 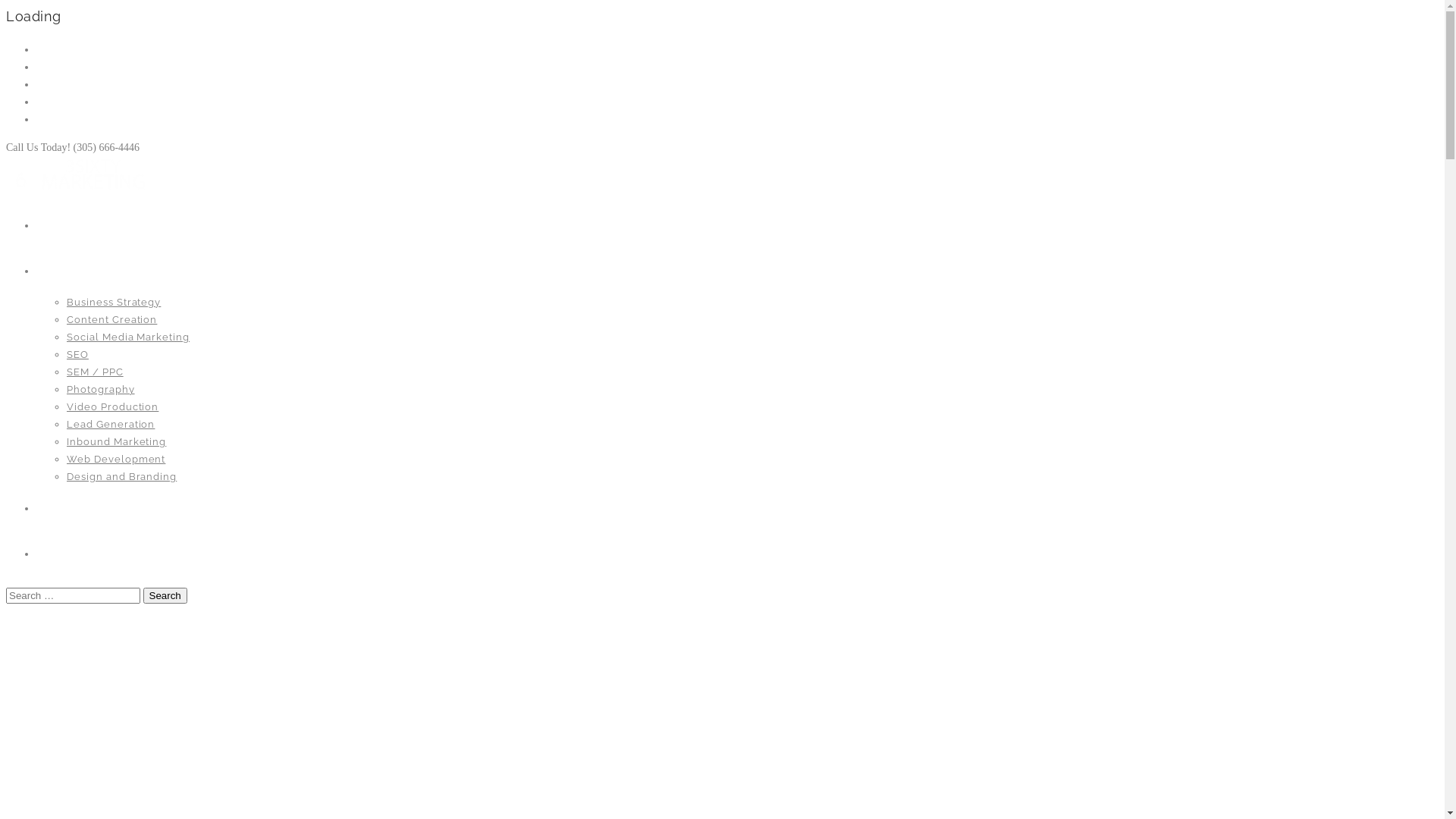 I want to click on 'Business Strategy', so click(x=112, y=302).